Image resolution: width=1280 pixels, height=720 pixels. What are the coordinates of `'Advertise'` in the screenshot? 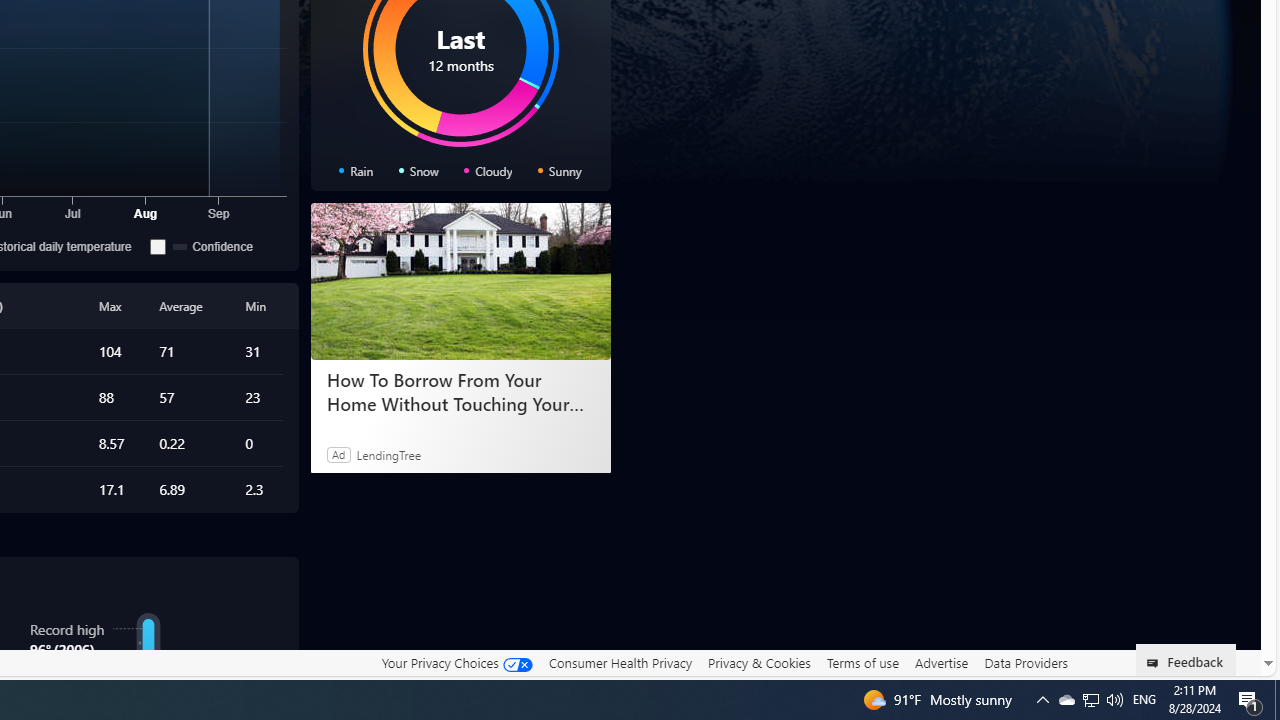 It's located at (940, 662).